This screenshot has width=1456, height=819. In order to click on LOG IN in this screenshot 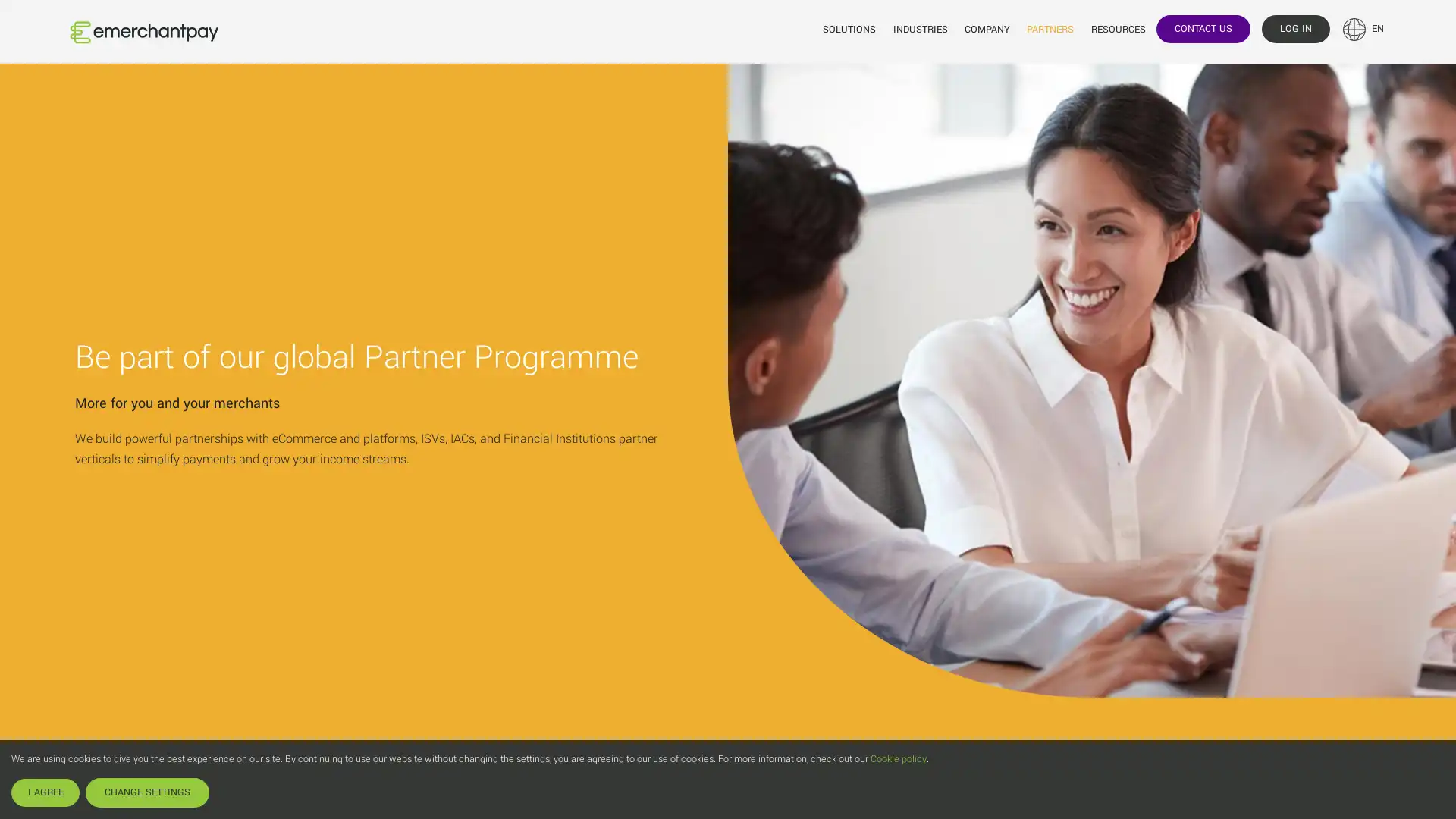, I will do `click(1294, 28)`.